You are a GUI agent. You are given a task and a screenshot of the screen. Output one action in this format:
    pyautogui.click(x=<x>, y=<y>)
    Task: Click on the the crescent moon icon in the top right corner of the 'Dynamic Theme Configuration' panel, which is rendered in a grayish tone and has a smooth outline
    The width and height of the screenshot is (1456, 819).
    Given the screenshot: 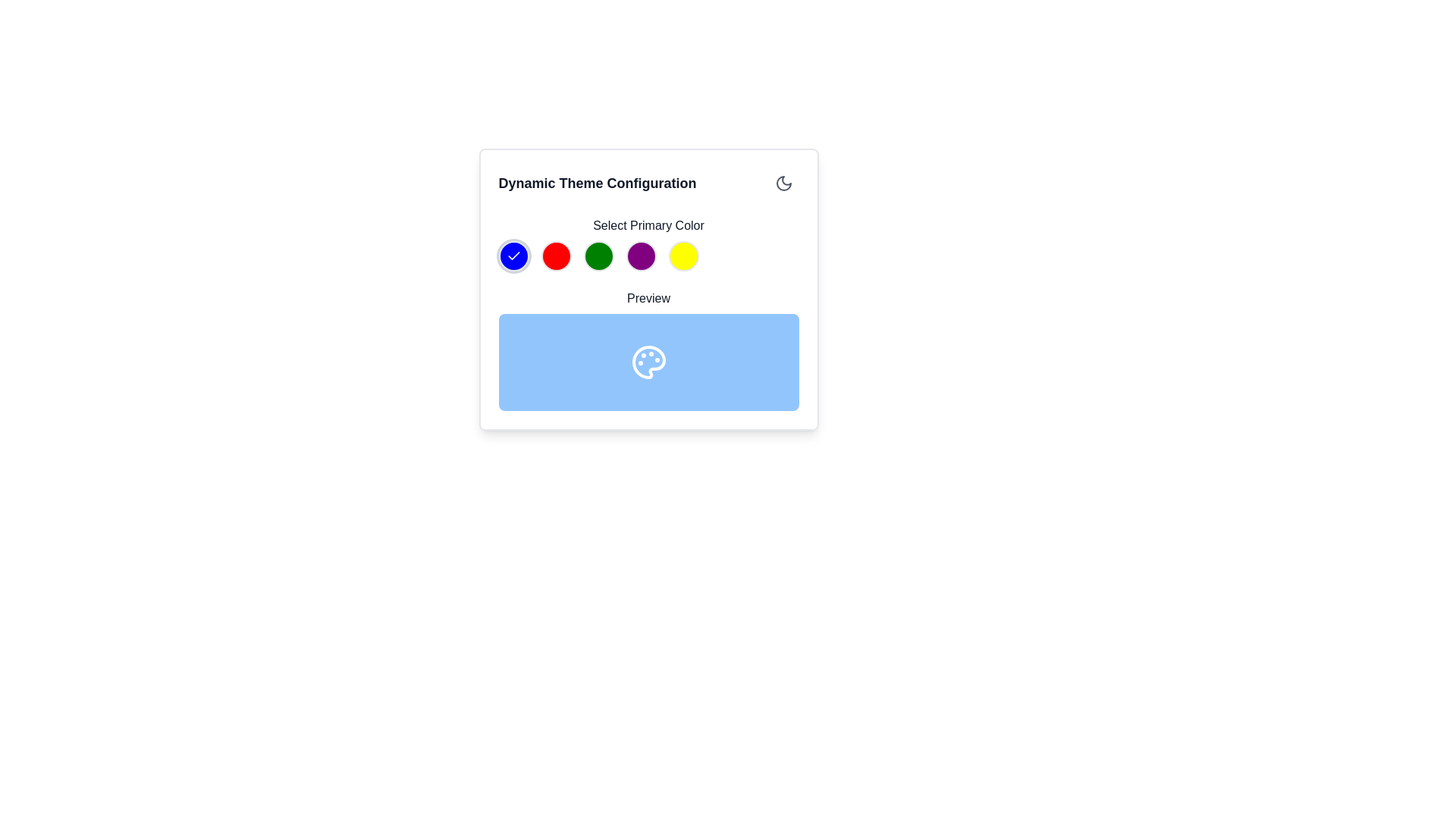 What is the action you would take?
    pyautogui.click(x=783, y=183)
    